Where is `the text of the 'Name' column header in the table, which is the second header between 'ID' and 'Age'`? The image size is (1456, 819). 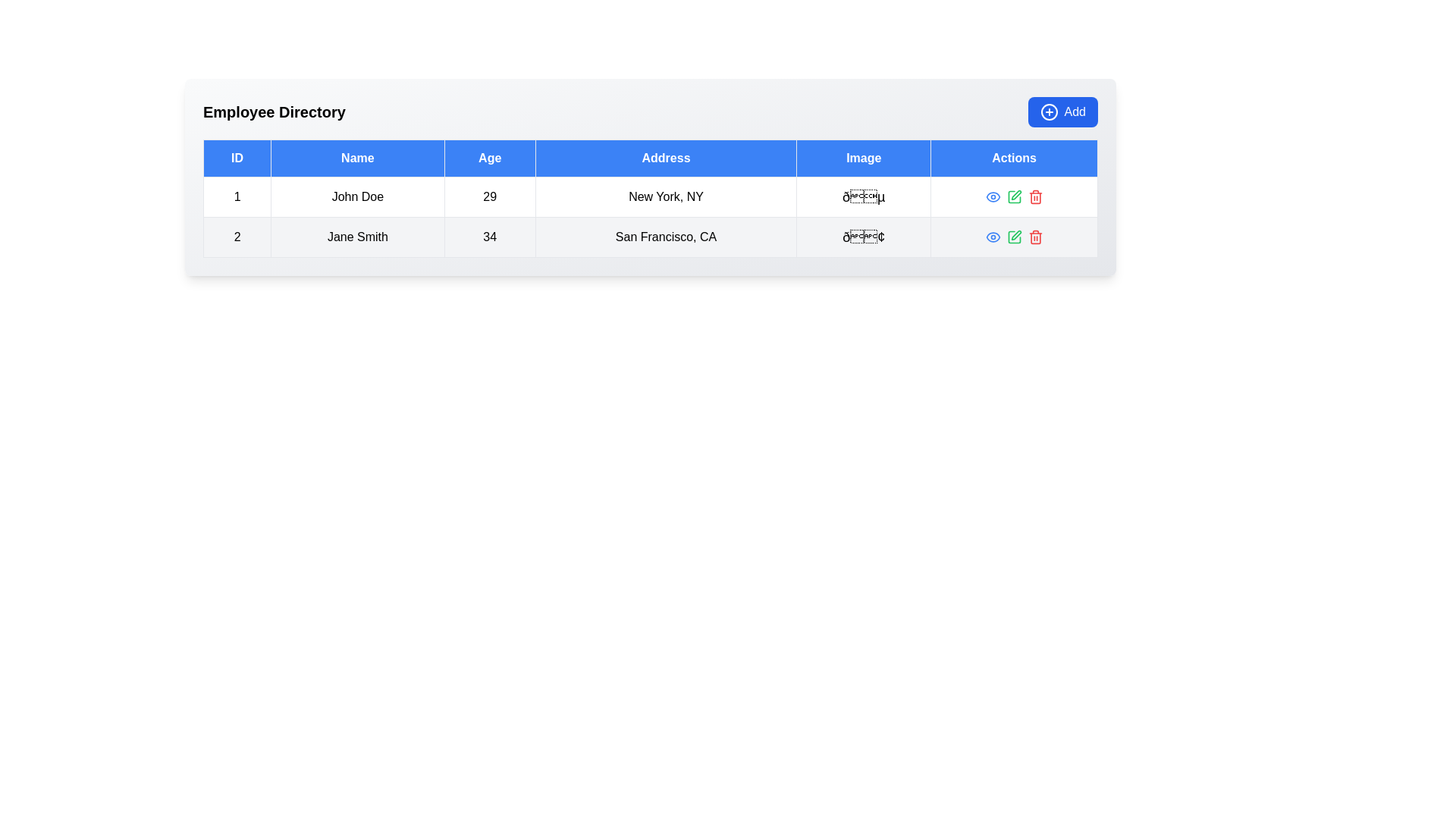
the text of the 'Name' column header in the table, which is the second header between 'ID' and 'Age' is located at coordinates (356, 158).